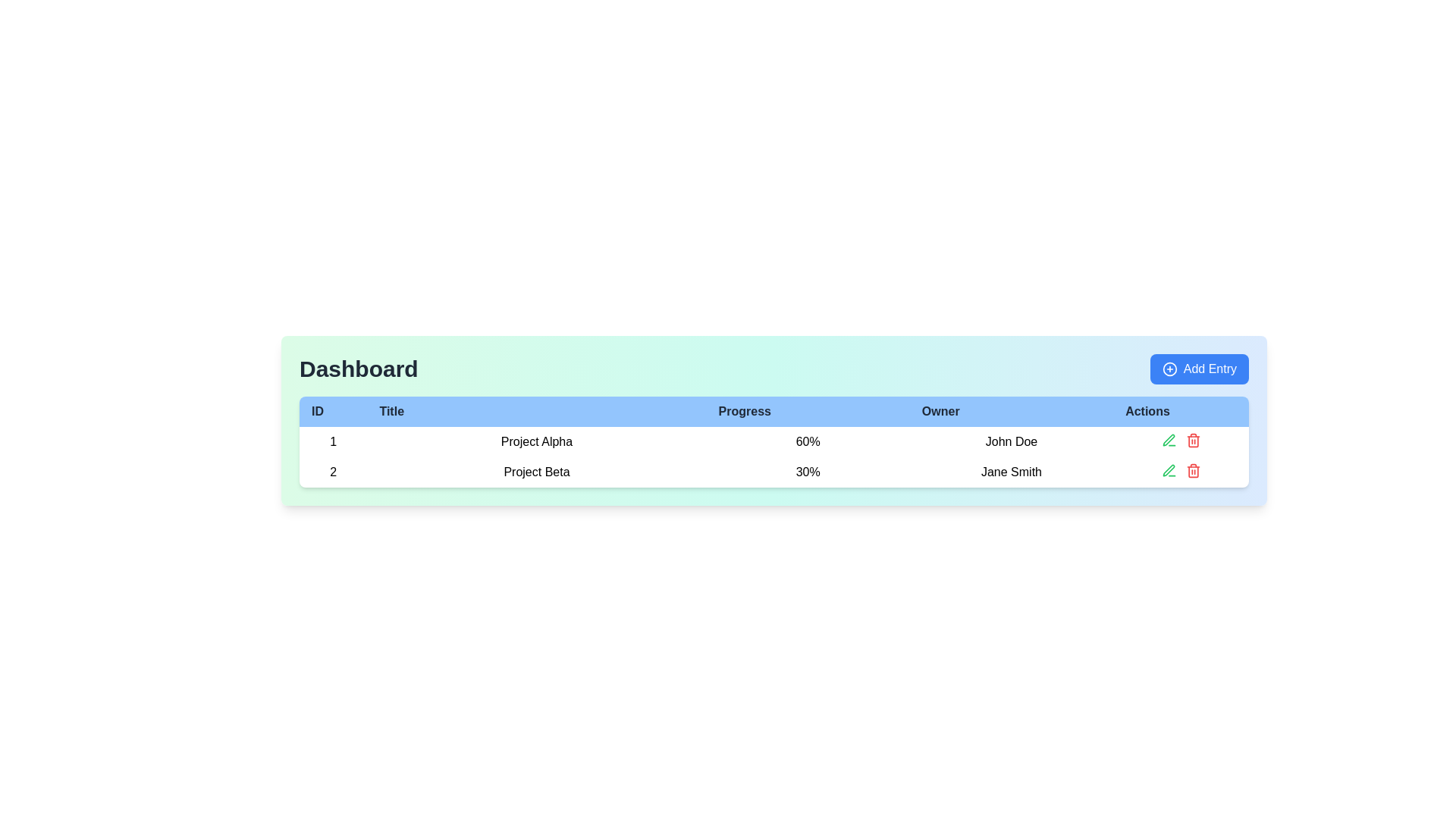 This screenshot has width=1456, height=819. What do you see at coordinates (1192, 441) in the screenshot?
I see `the red trash can icon button located in the 'Actions' column of the second row representing 'Project Beta'` at bounding box center [1192, 441].